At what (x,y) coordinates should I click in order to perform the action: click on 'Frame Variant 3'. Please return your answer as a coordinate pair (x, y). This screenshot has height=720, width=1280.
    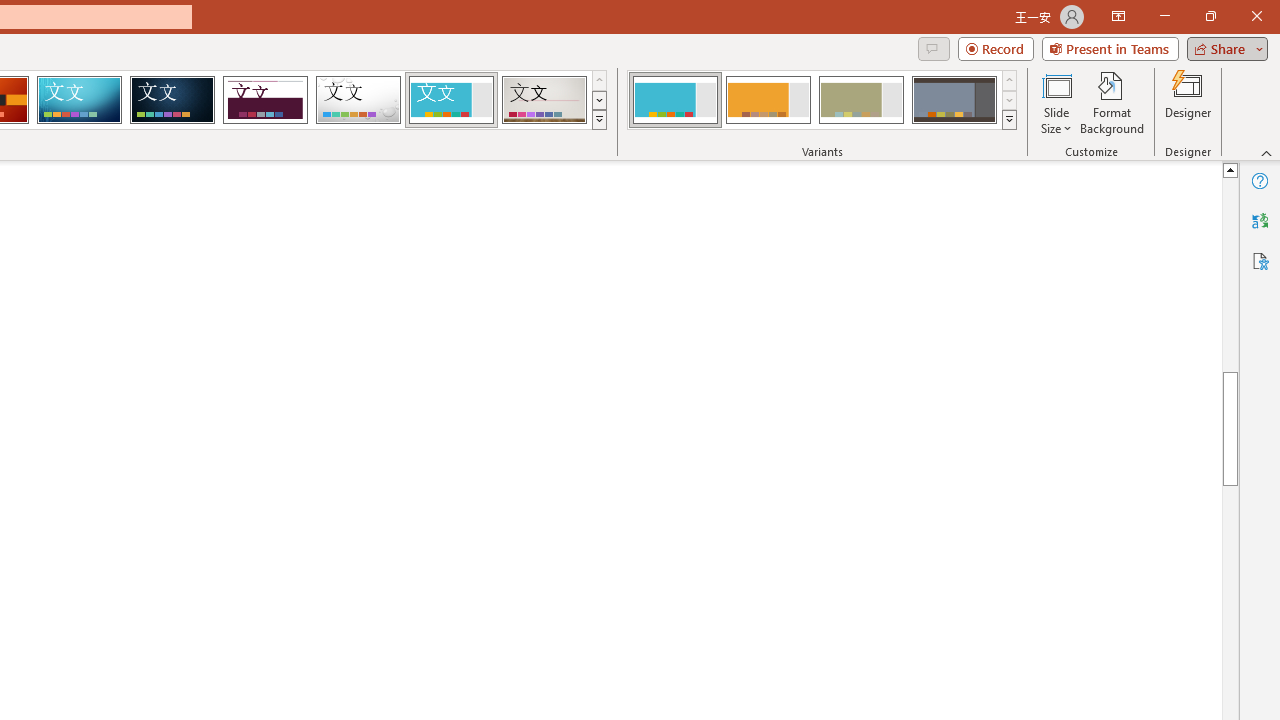
    Looking at the image, I should click on (861, 100).